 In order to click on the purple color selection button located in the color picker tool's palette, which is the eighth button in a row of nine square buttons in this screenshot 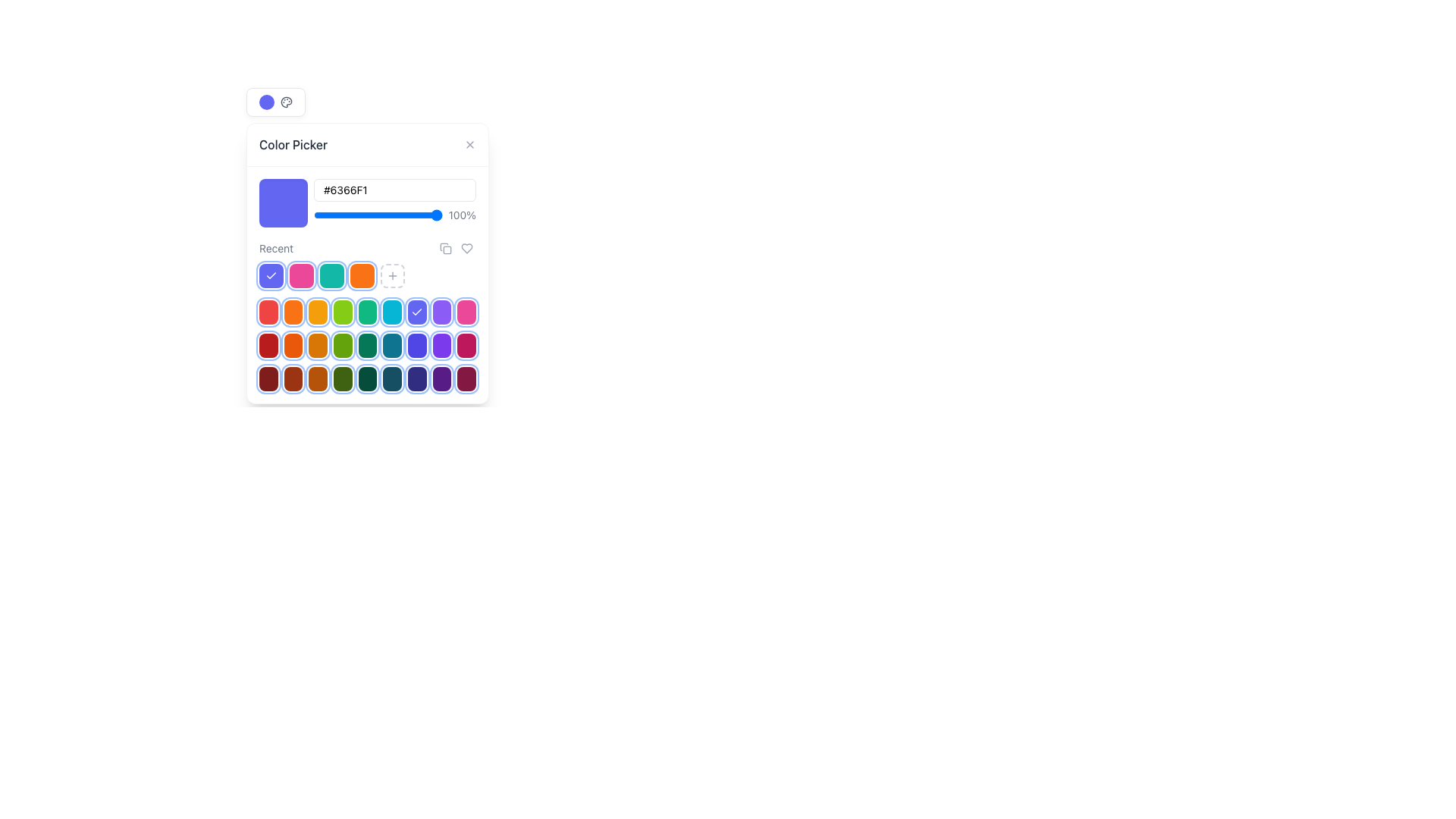, I will do `click(441, 378)`.